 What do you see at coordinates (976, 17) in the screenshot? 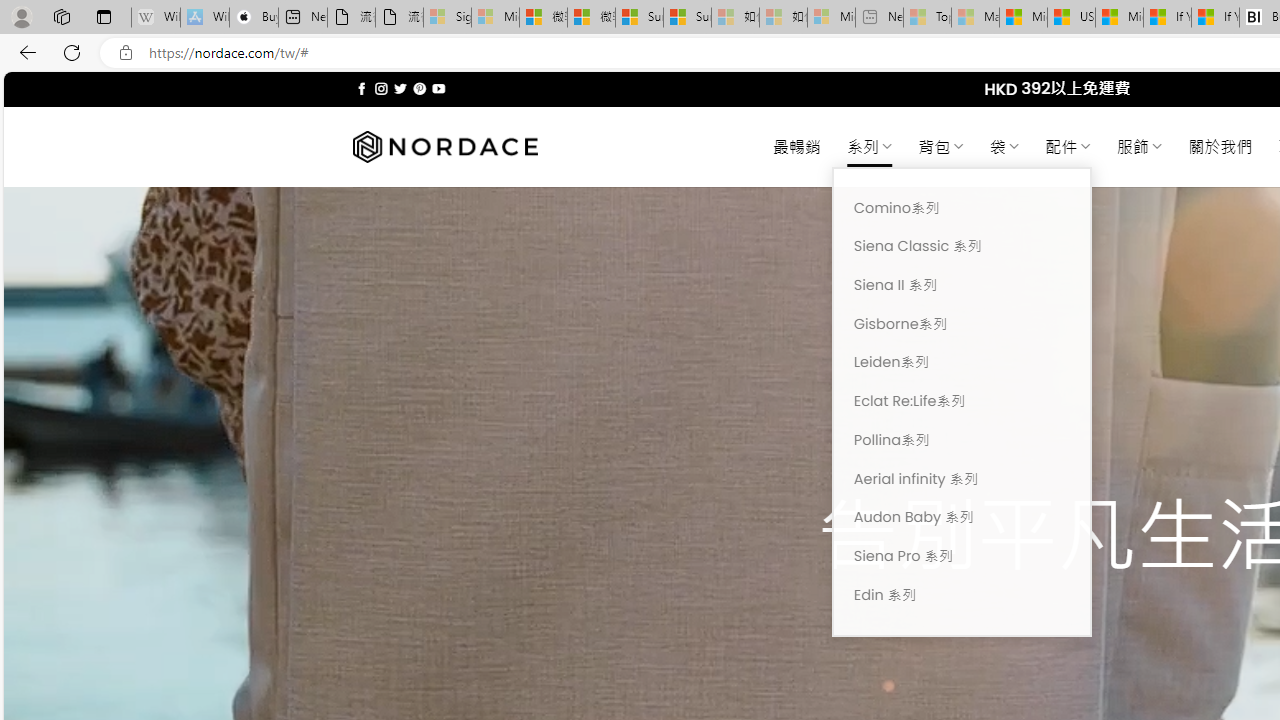
I see `'Marine life - MSN - Sleeping'` at bounding box center [976, 17].